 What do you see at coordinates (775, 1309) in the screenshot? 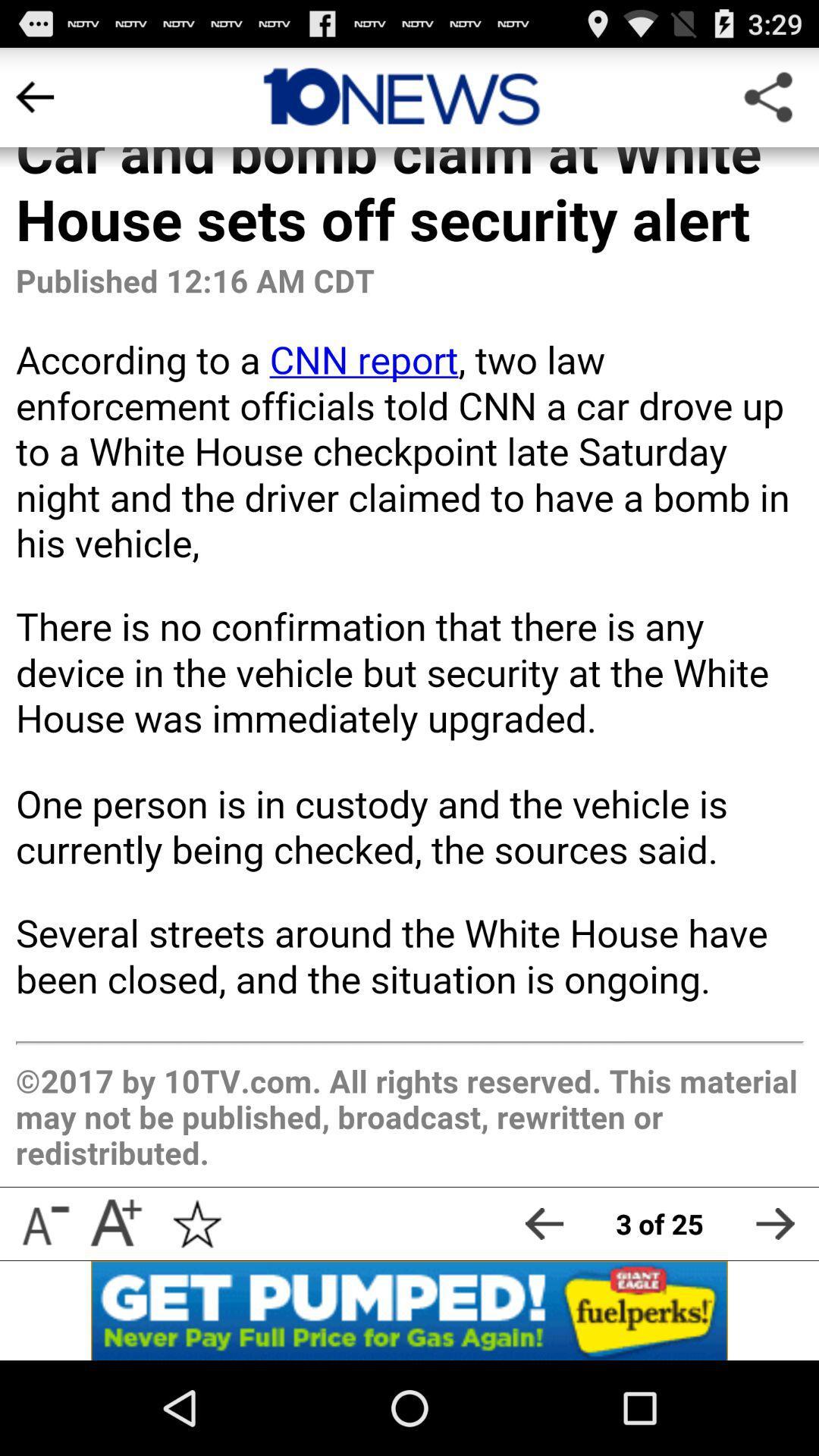
I see `the arrow_forward icon` at bounding box center [775, 1309].